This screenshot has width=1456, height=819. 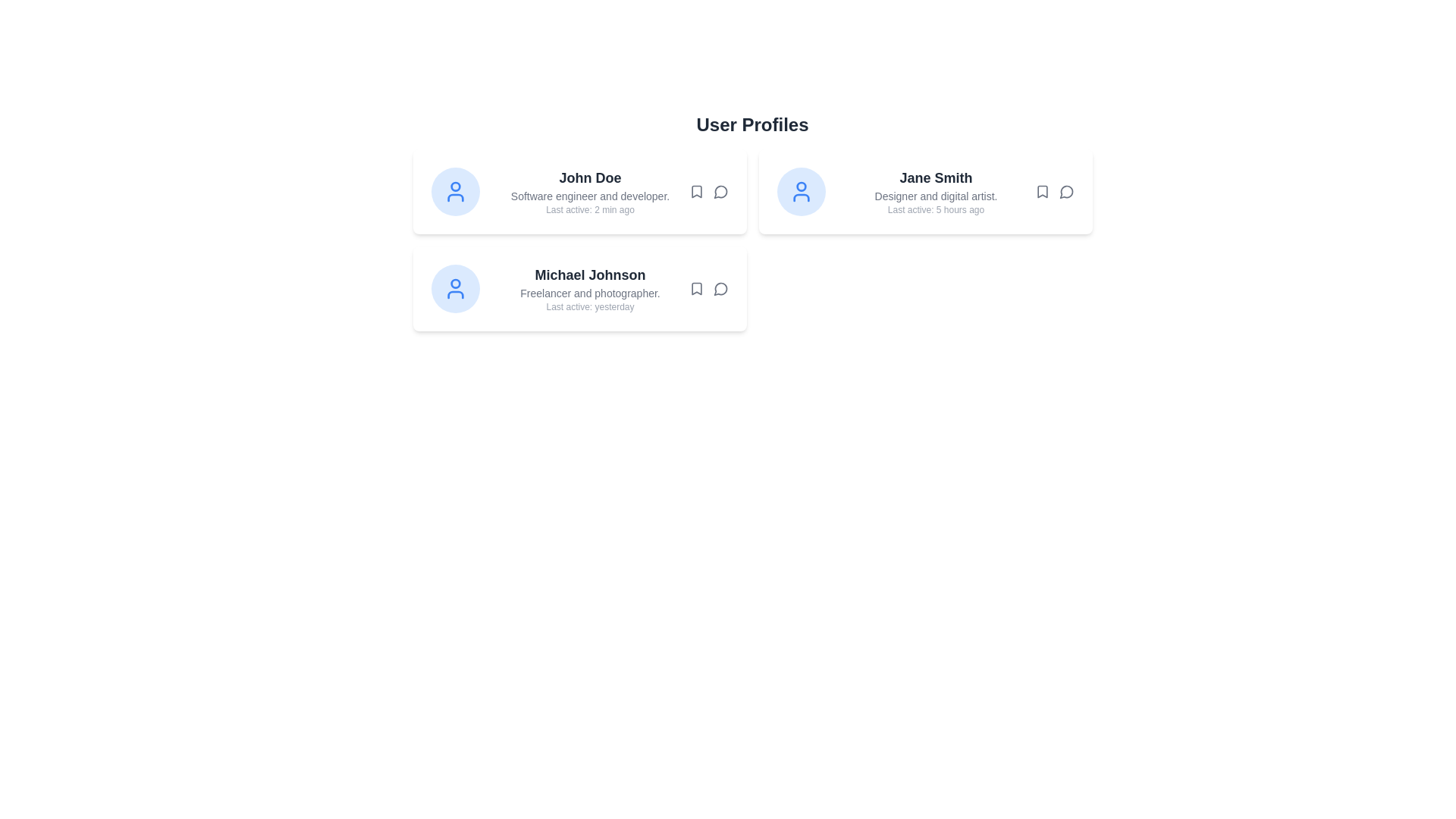 What do you see at coordinates (589, 289) in the screenshot?
I see `text information block displaying 'Michael Johnson', which includes the description 'Freelancer and photographer.' and status 'Last active: yesterday'` at bounding box center [589, 289].